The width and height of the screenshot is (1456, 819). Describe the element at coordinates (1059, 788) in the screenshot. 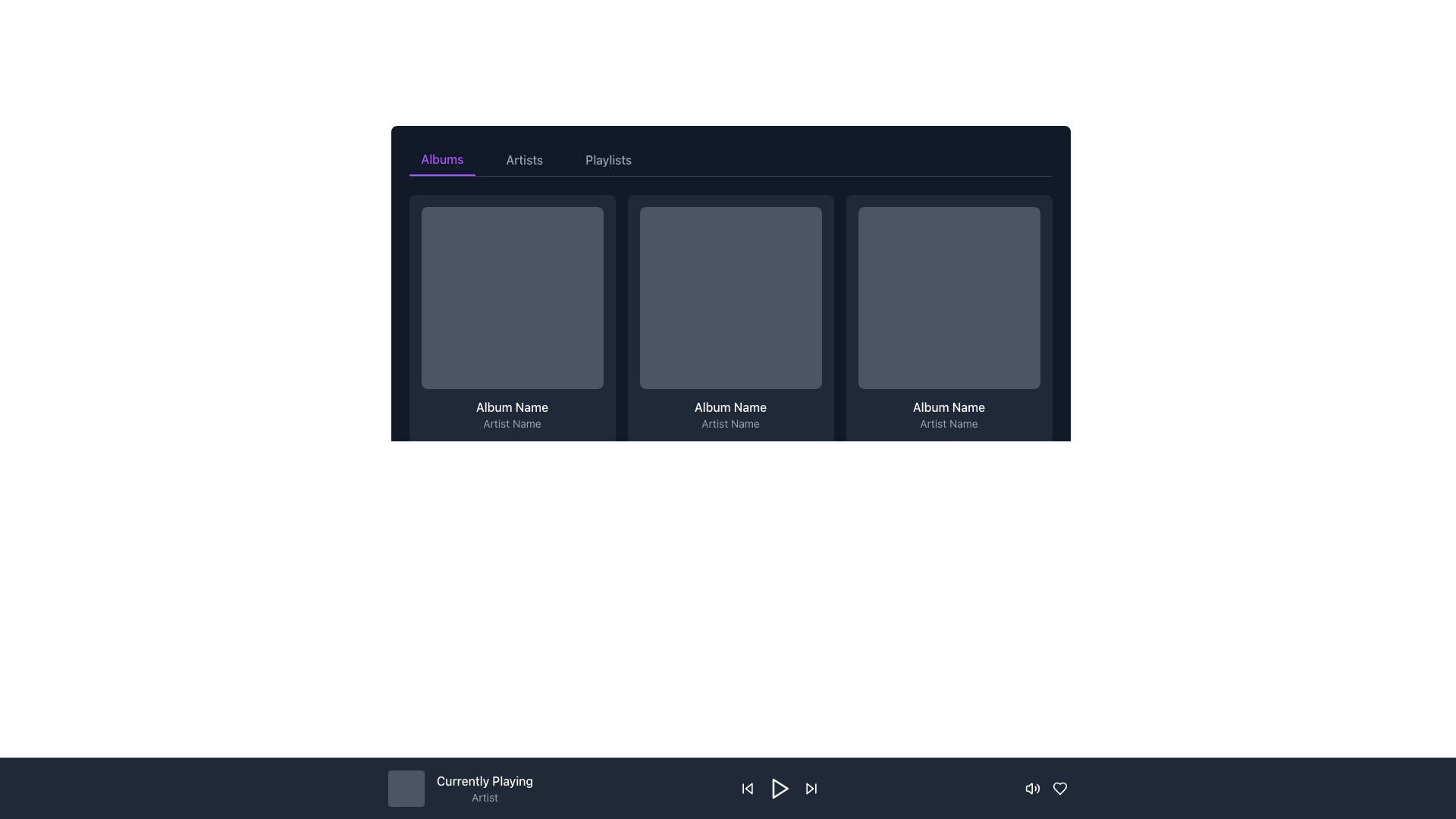

I see `the heart icon button located in the lower right section of the interface to mark it as a favorite` at that location.